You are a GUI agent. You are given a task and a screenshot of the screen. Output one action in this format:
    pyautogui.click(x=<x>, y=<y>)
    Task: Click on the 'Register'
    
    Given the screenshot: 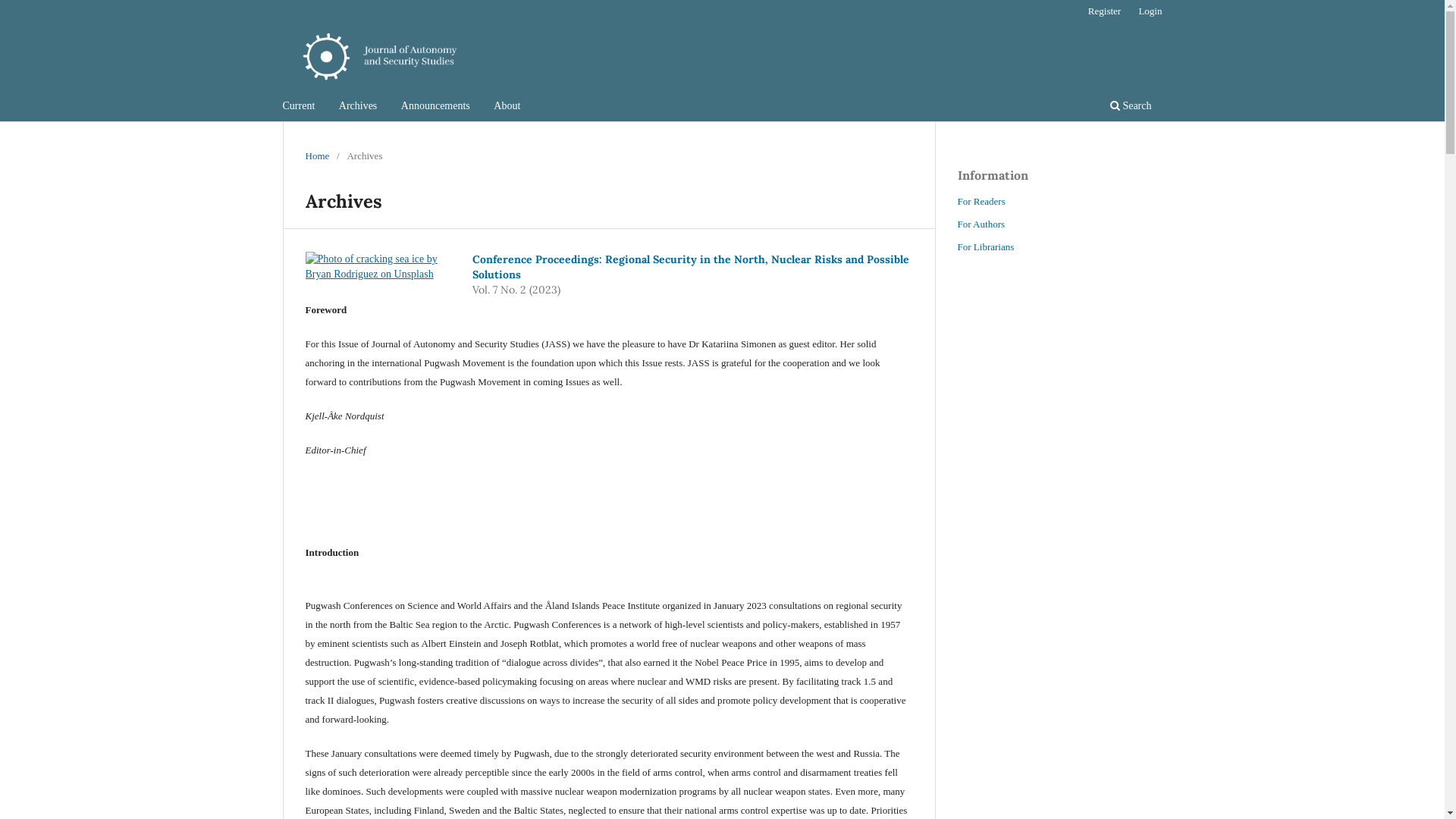 What is the action you would take?
    pyautogui.click(x=1104, y=11)
    